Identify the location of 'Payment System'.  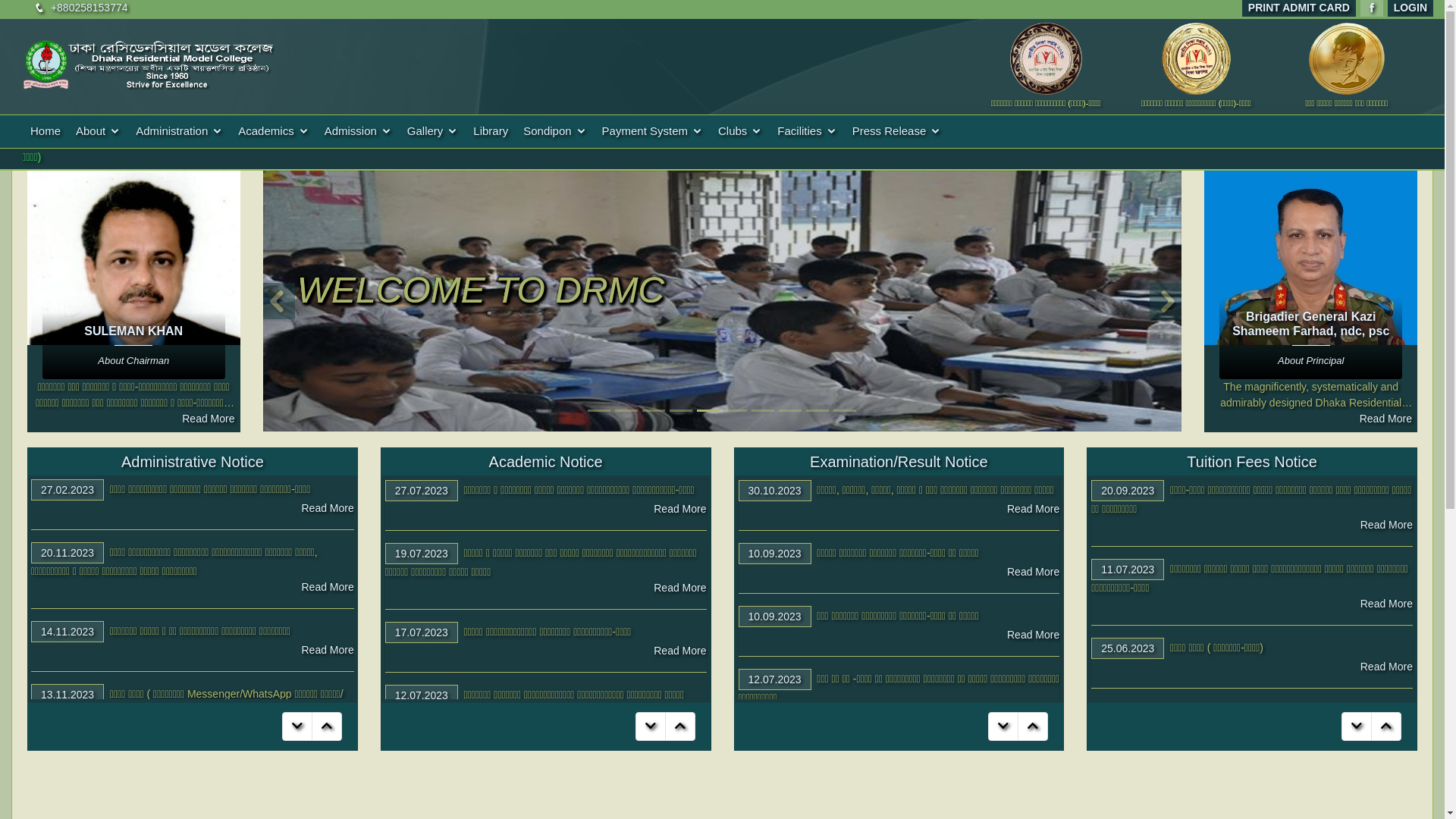
(652, 130).